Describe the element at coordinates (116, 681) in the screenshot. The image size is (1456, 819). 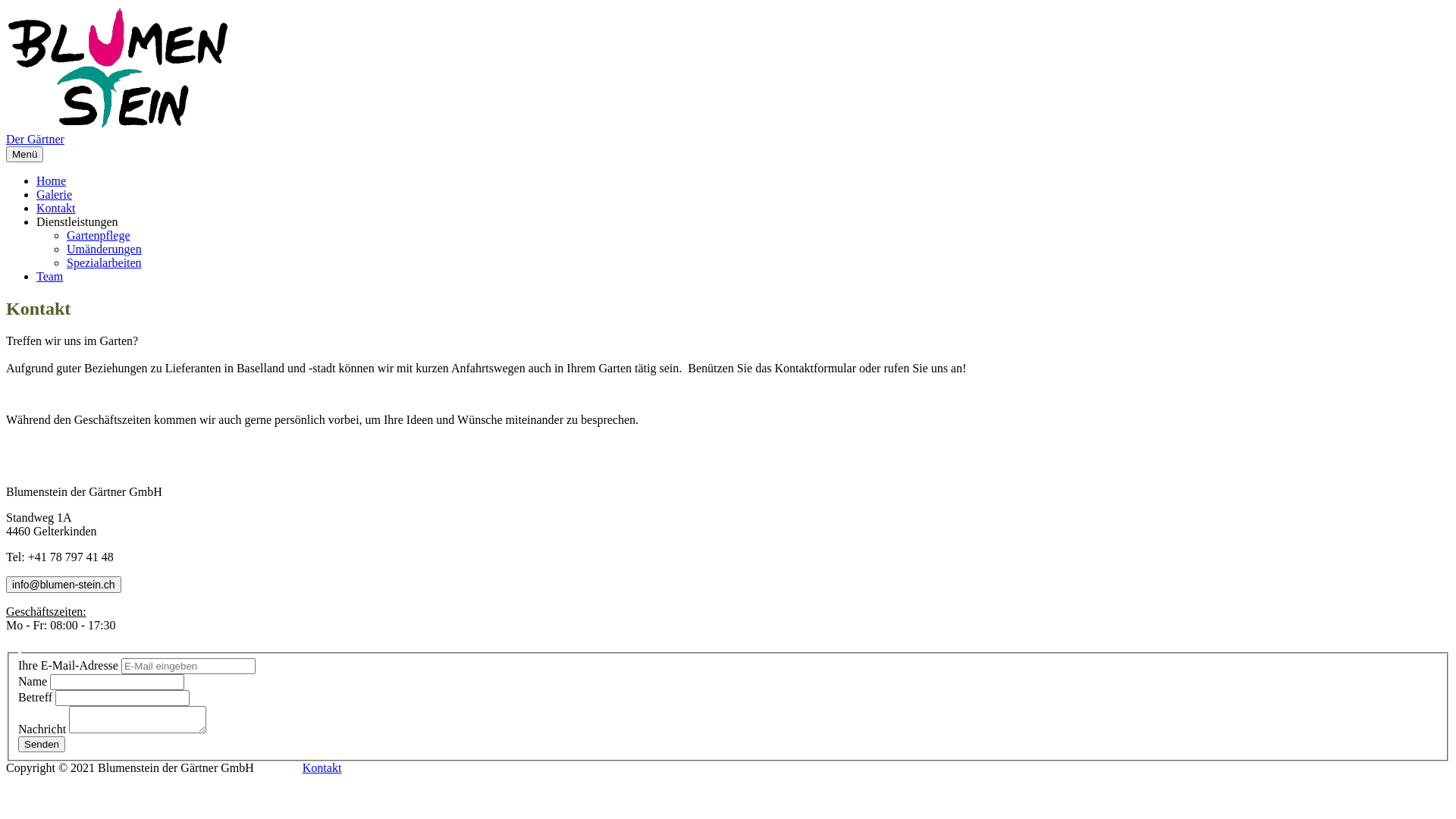
I see `'singleline_1'` at that location.